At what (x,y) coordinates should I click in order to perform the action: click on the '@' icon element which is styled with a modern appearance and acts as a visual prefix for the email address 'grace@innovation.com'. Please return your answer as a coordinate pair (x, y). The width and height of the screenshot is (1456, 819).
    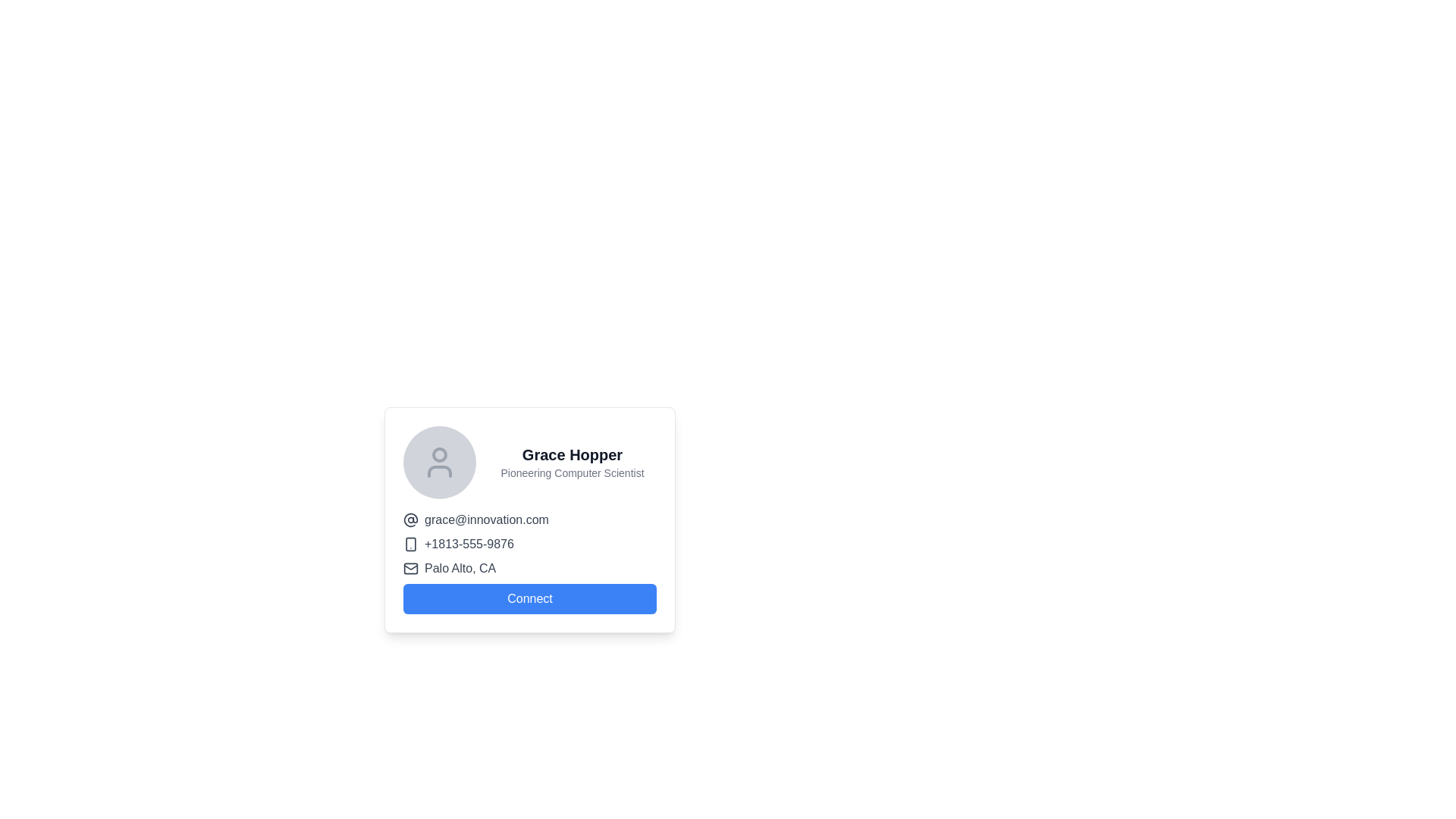
    Looking at the image, I should click on (411, 519).